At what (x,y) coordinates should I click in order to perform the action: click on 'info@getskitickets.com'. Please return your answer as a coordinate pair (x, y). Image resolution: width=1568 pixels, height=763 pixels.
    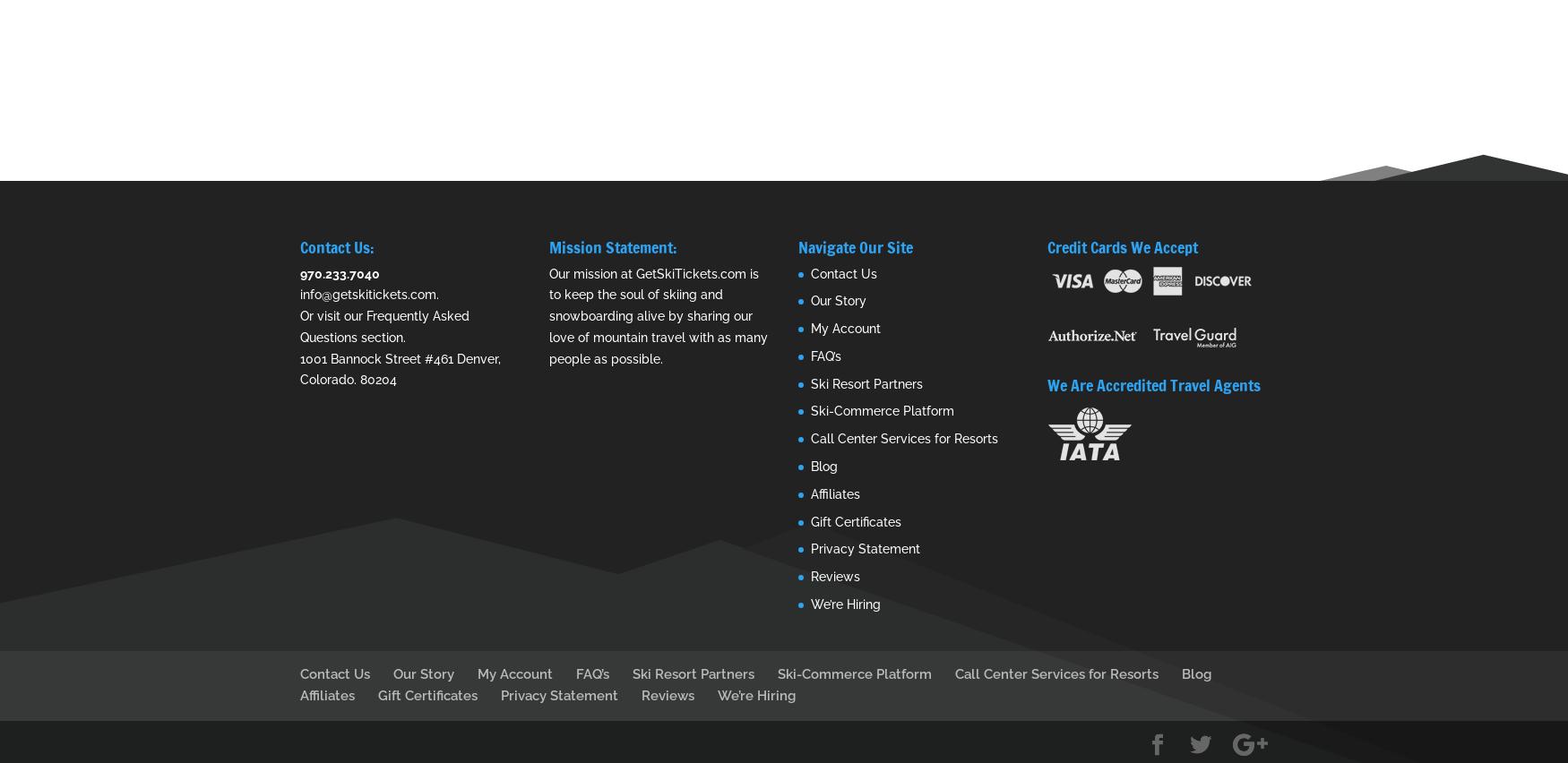
    Looking at the image, I should click on (367, 295).